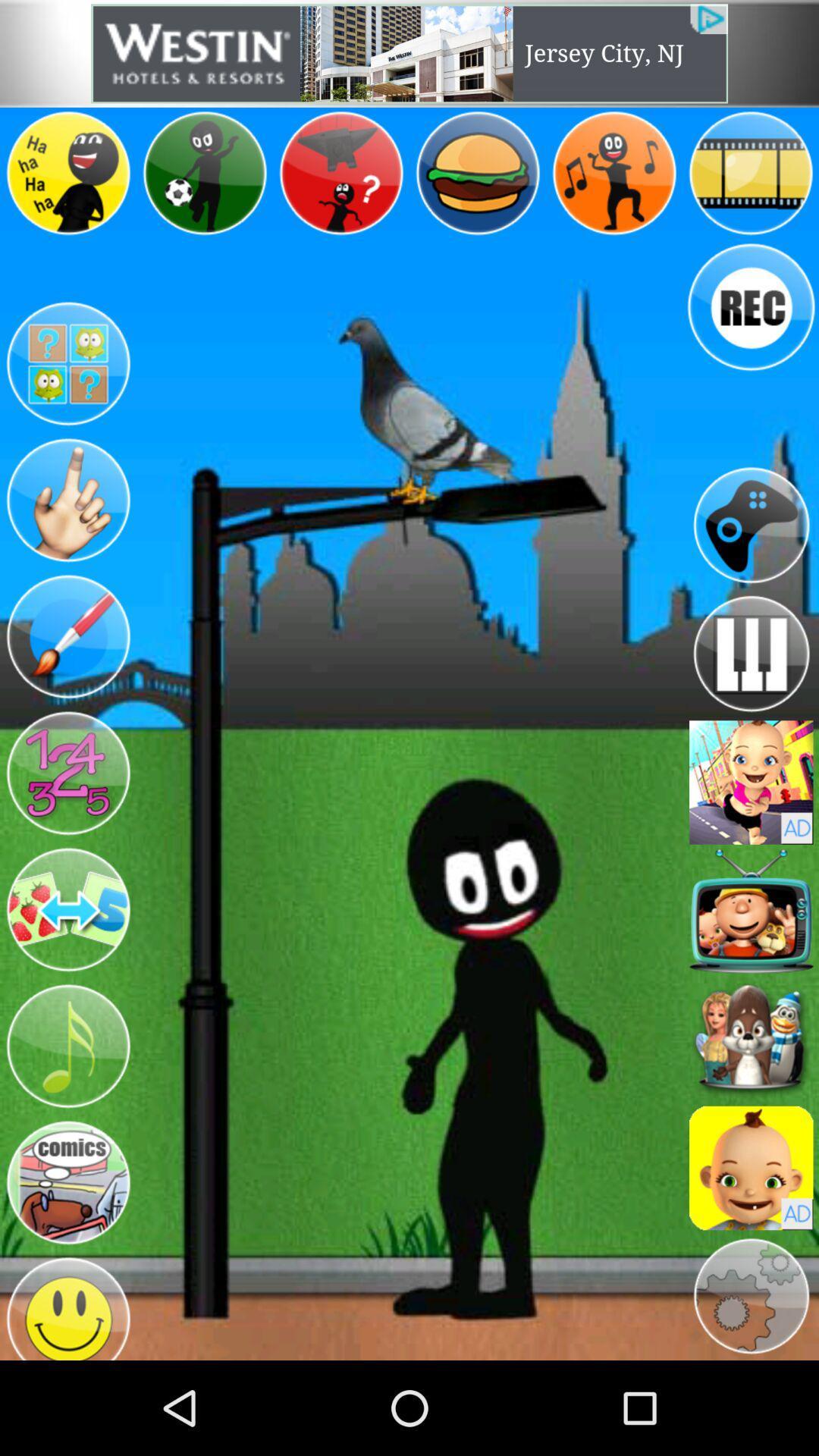 This screenshot has width=819, height=1456. What do you see at coordinates (751, 783) in the screenshot?
I see `open advertisement` at bounding box center [751, 783].